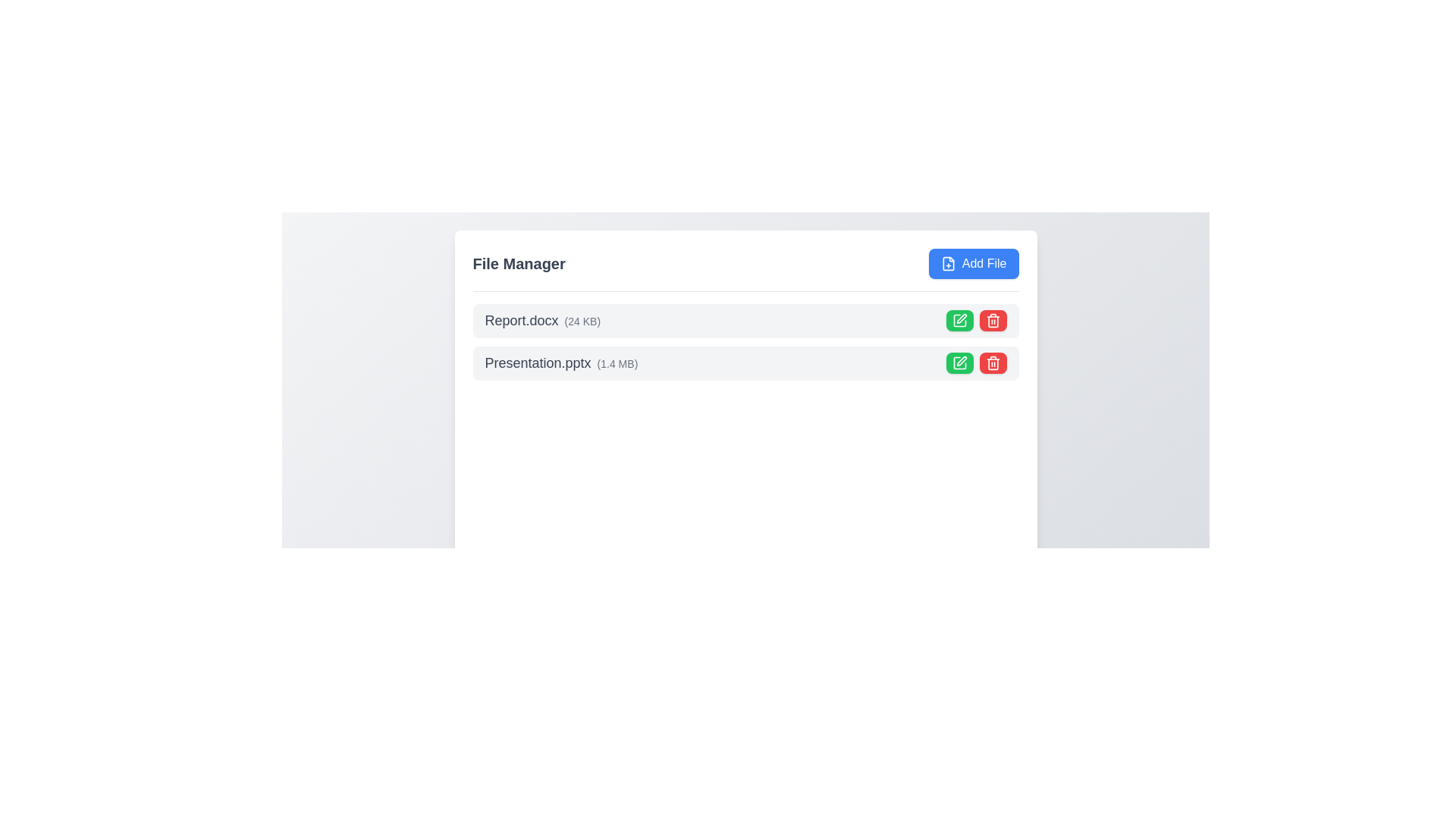 The width and height of the screenshot is (1456, 819). What do you see at coordinates (542, 320) in the screenshot?
I see `the text display containing 'Report.docx (24 KB)' which is styled with a larger, bold font for 'Report.docx' and smaller font for '(24 KB)' positioned in a light gray background` at bounding box center [542, 320].